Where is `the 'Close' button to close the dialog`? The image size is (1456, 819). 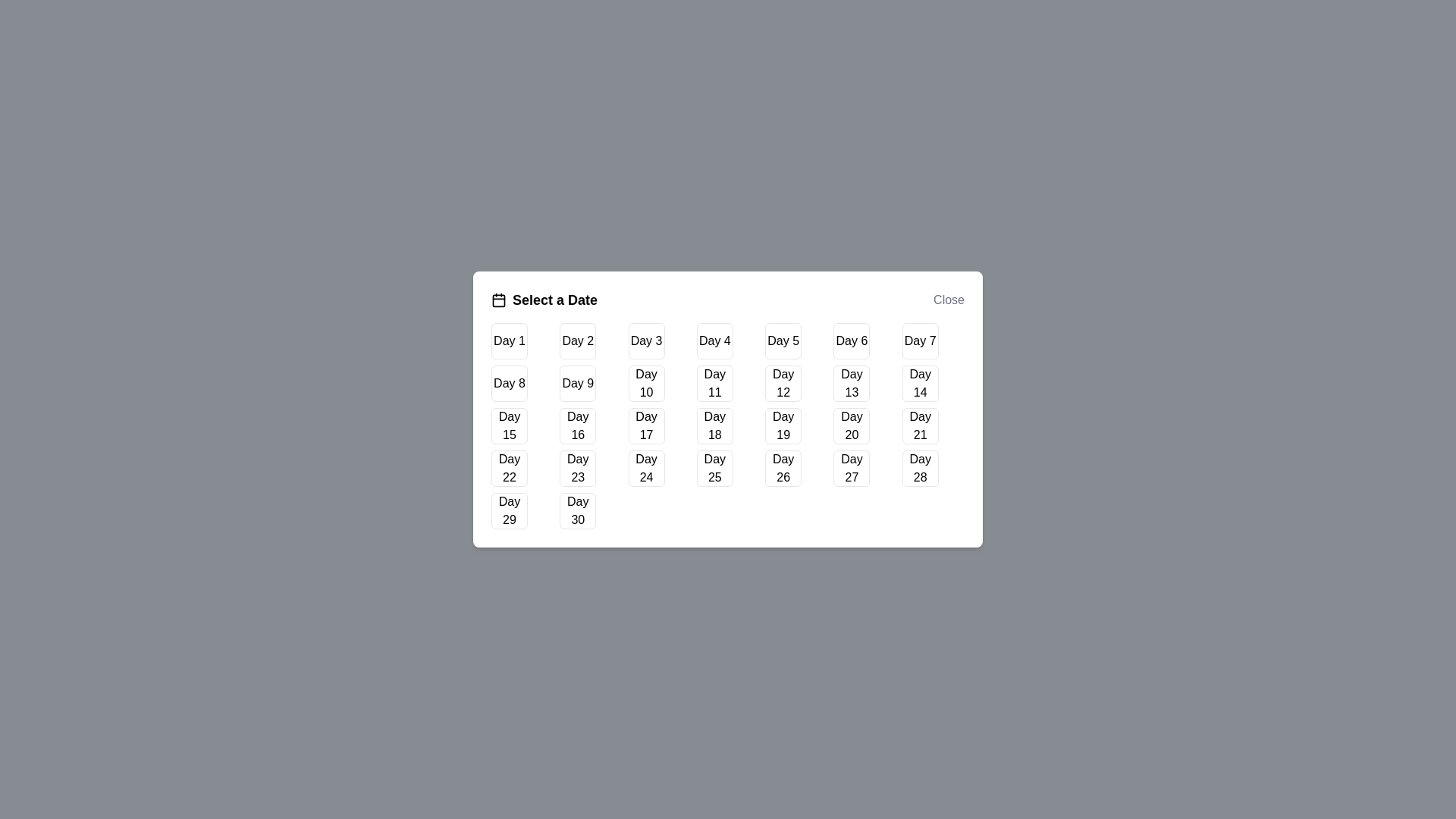
the 'Close' button to close the dialog is located at coordinates (948, 300).